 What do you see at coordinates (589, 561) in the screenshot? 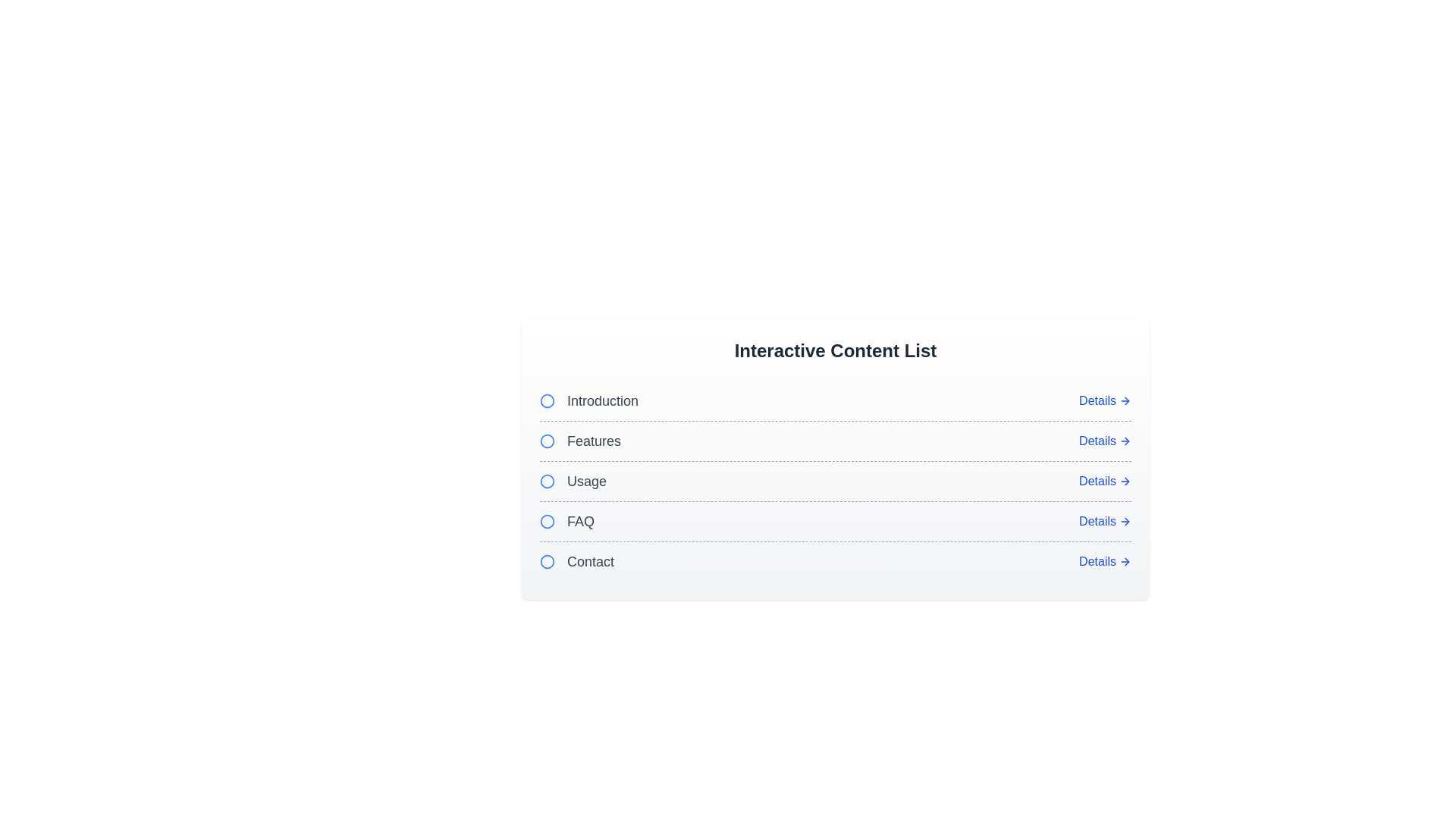
I see `the fifth text label in the list related to 'Contact'` at bounding box center [589, 561].